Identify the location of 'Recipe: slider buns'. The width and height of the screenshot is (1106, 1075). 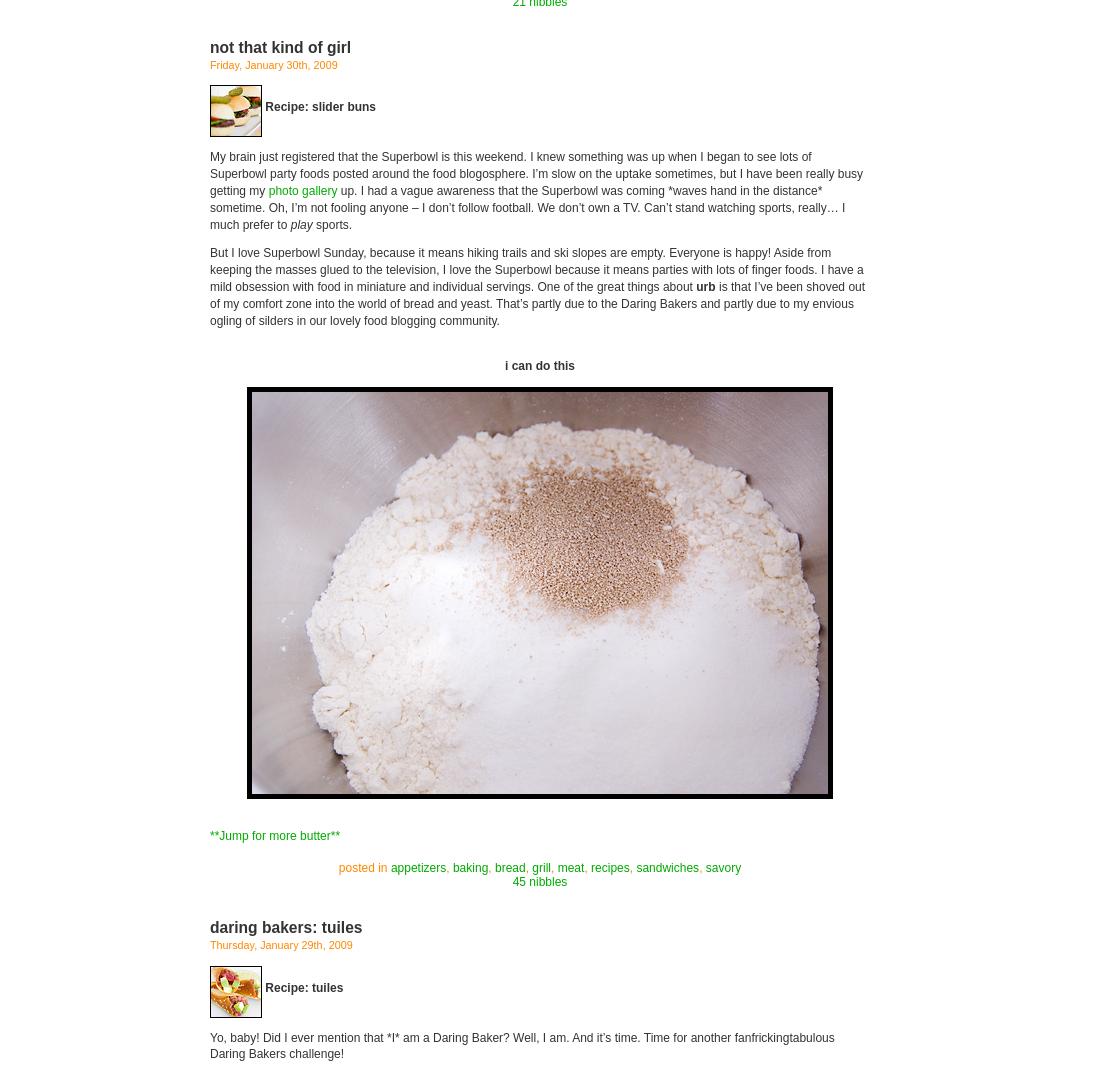
(264, 105).